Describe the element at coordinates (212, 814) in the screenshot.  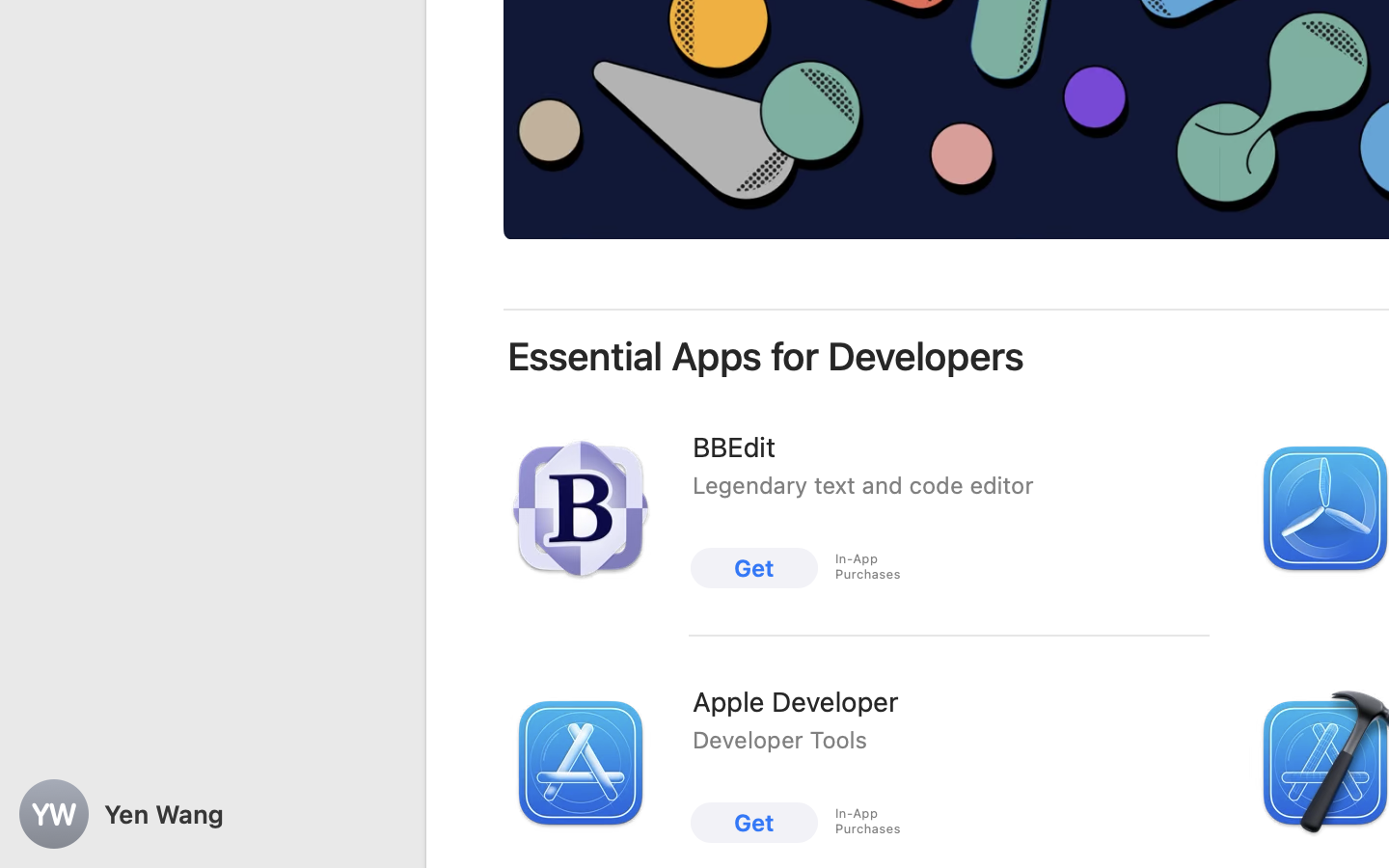
I see `'Yen Wang'` at that location.